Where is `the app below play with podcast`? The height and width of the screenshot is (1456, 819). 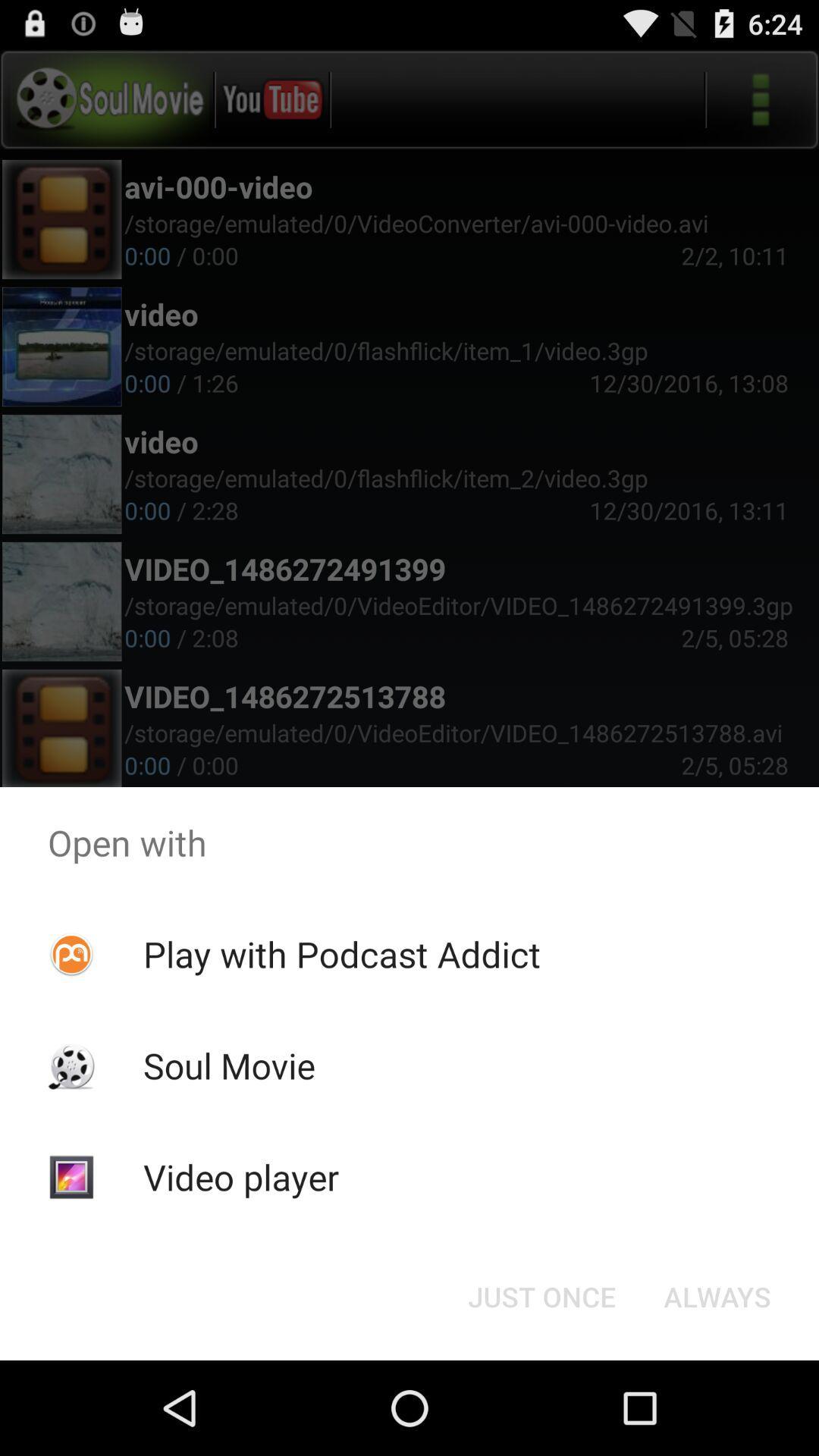 the app below play with podcast is located at coordinates (541, 1295).